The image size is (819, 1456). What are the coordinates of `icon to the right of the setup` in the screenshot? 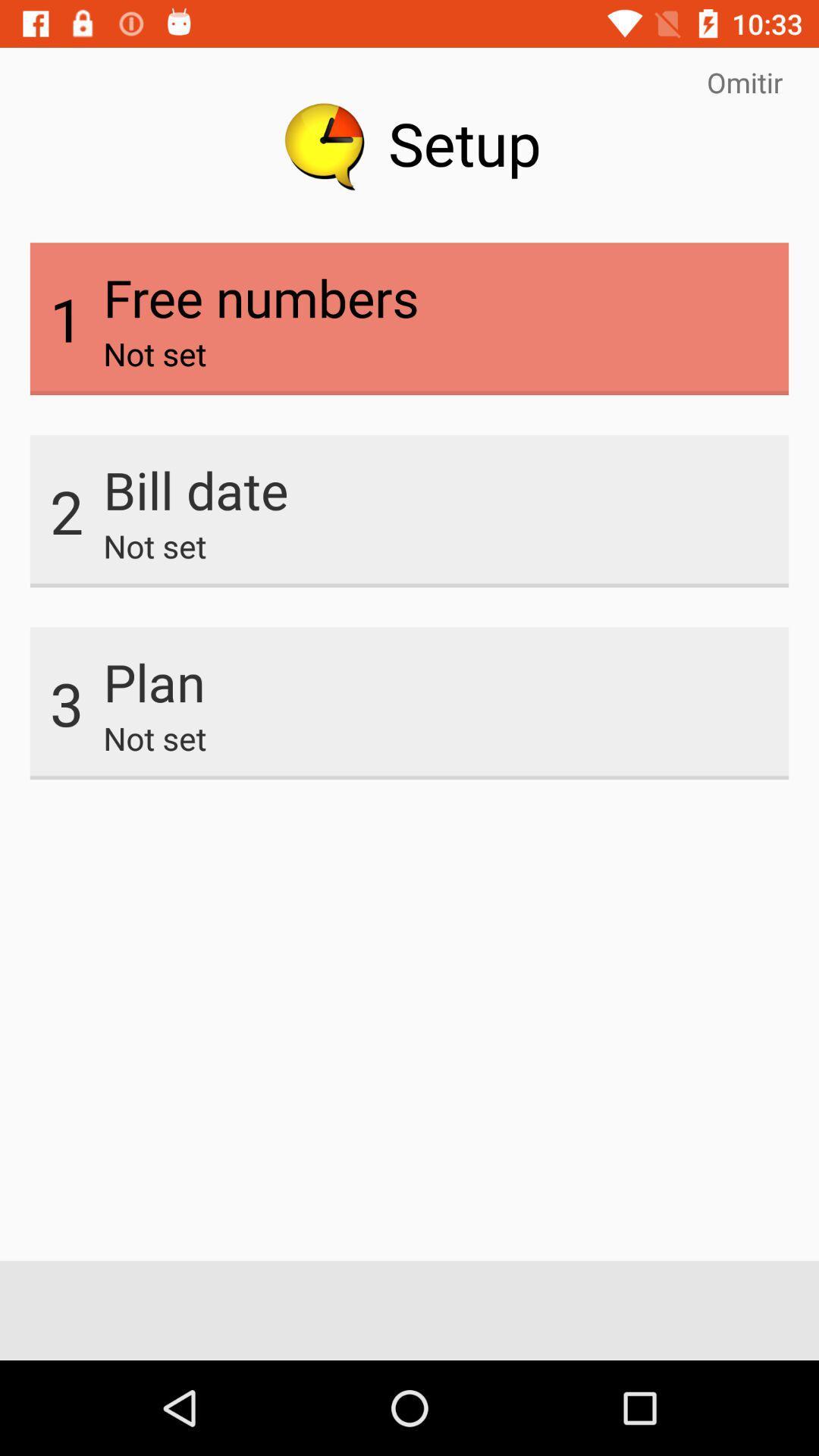 It's located at (744, 81).